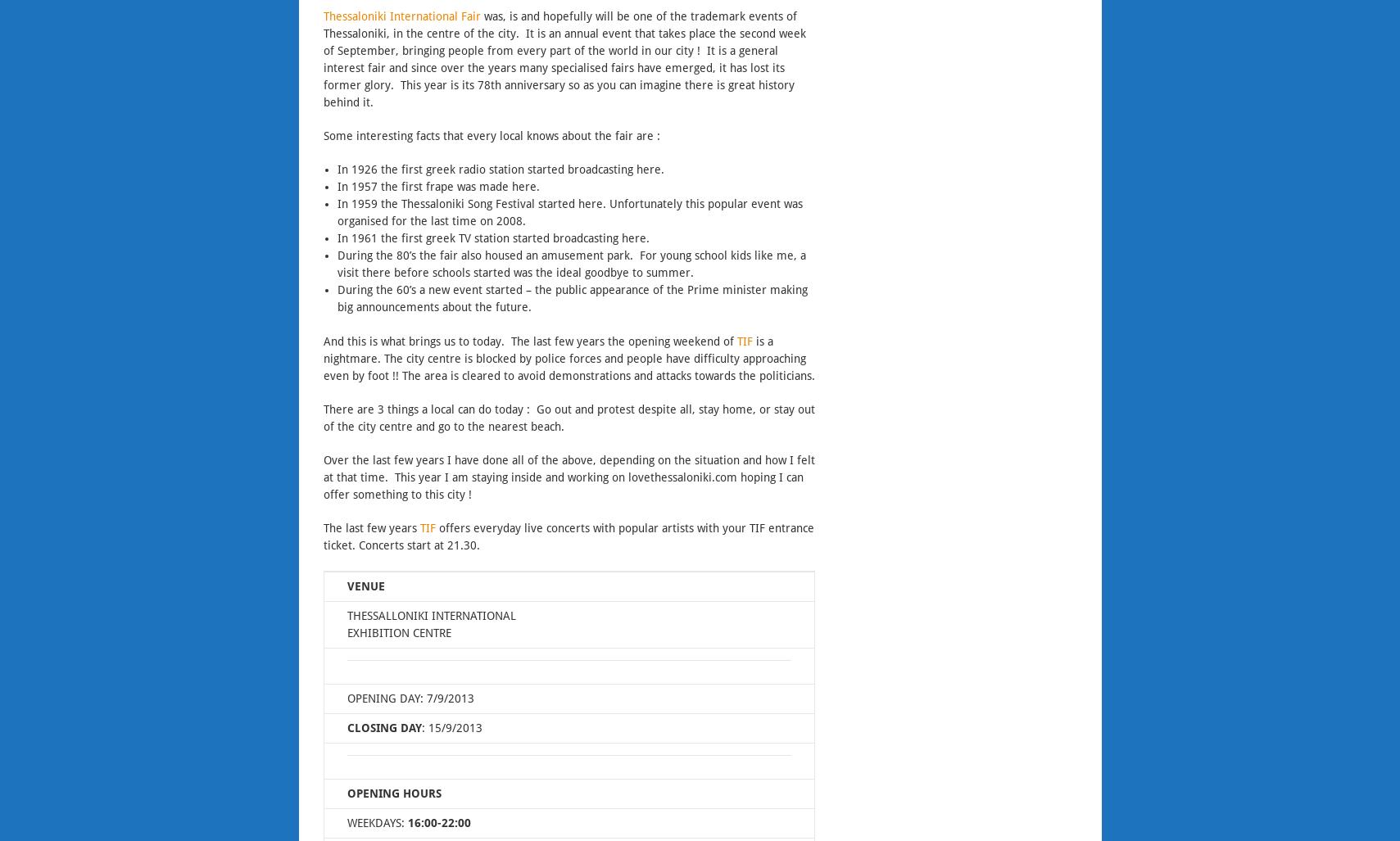 The height and width of the screenshot is (841, 1400). I want to click on 'During the 60’s a new event started – the public appearance of the Prime minister making big announcements about the future.', so click(570, 299).